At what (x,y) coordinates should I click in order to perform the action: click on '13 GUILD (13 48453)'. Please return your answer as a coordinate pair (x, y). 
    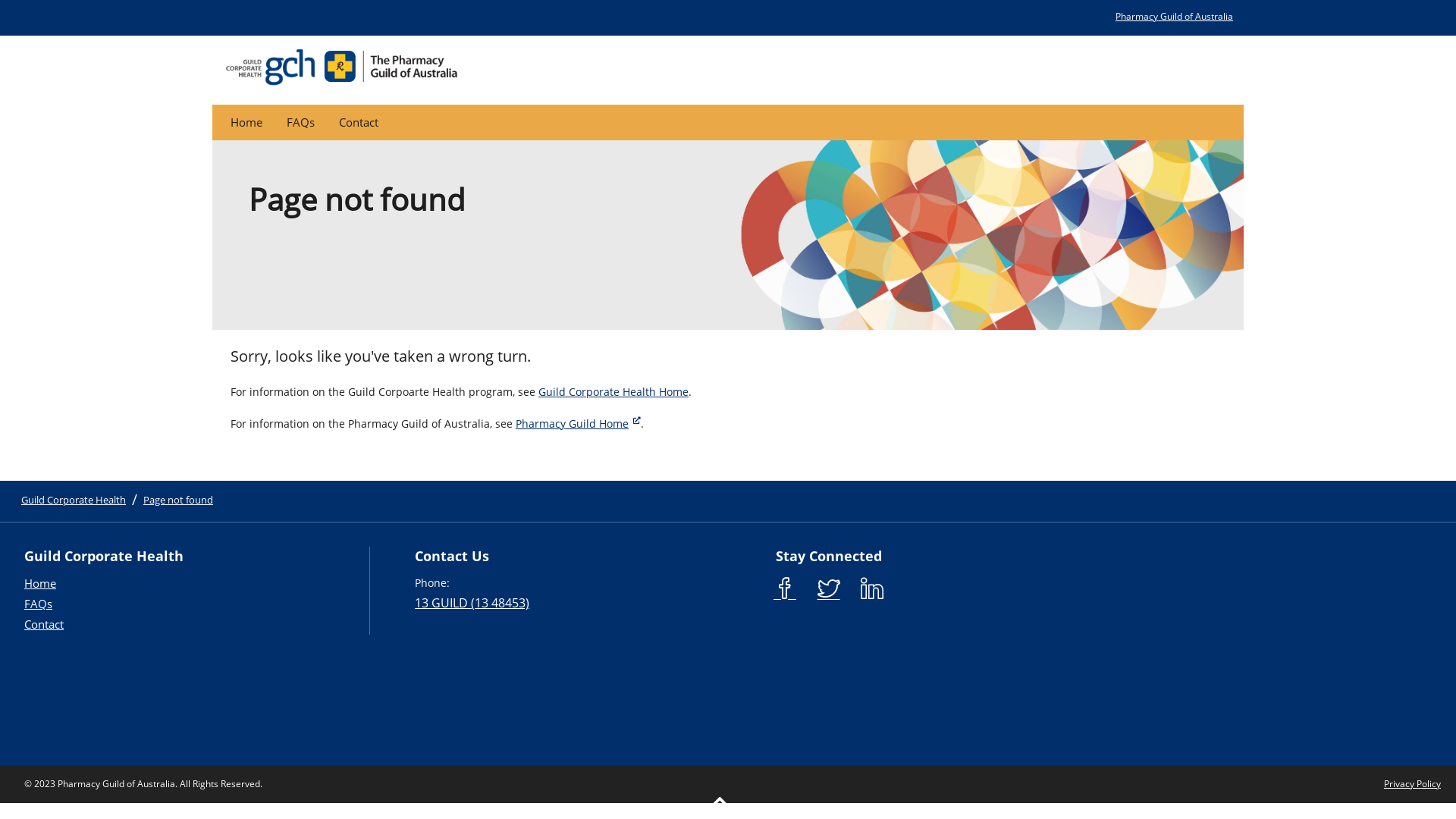
    Looking at the image, I should click on (415, 601).